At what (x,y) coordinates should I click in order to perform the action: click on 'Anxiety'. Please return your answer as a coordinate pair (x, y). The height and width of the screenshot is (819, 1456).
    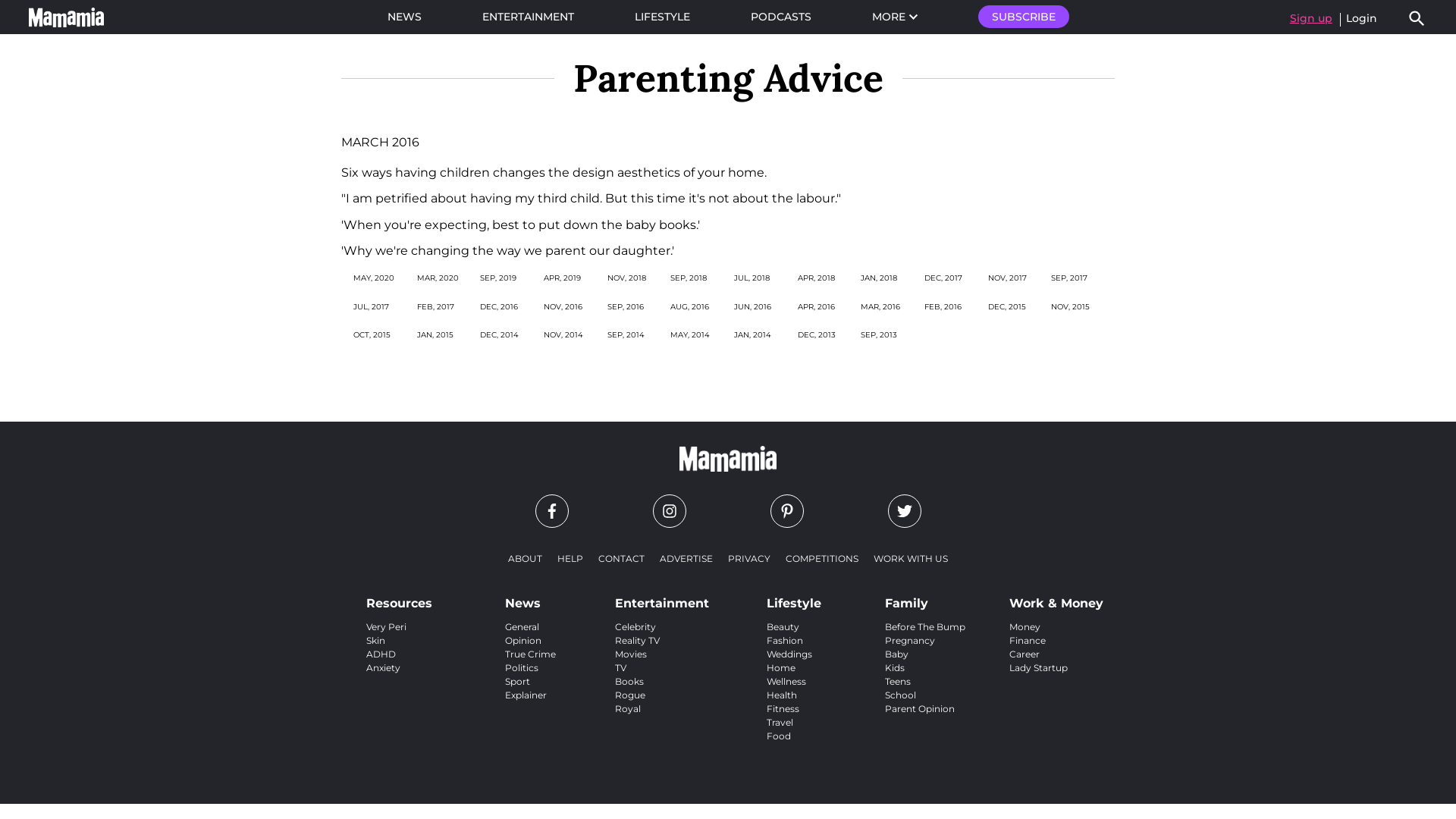
    Looking at the image, I should click on (383, 667).